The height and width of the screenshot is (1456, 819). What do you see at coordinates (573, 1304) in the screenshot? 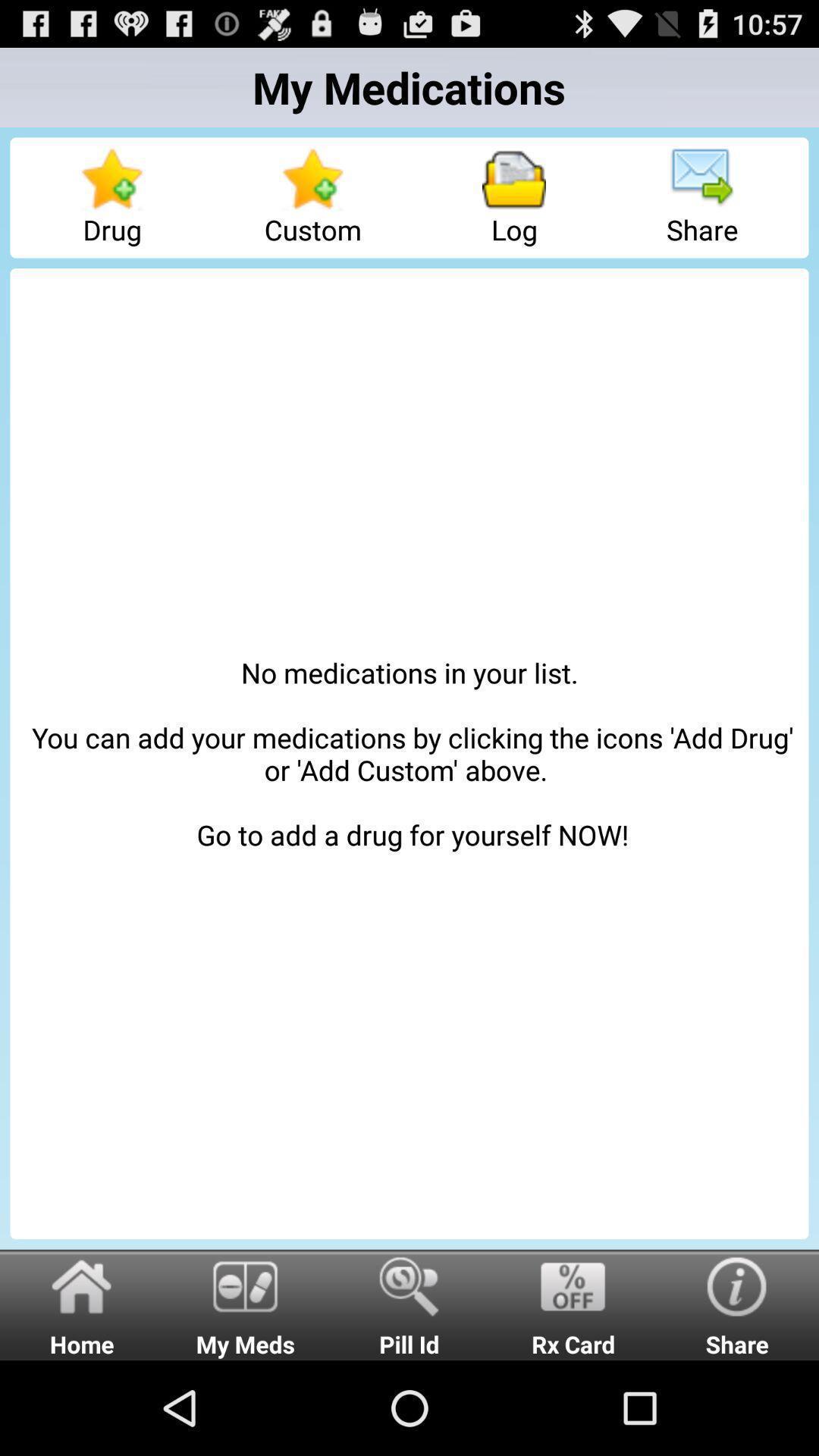
I see `the radio button next to the share` at bounding box center [573, 1304].